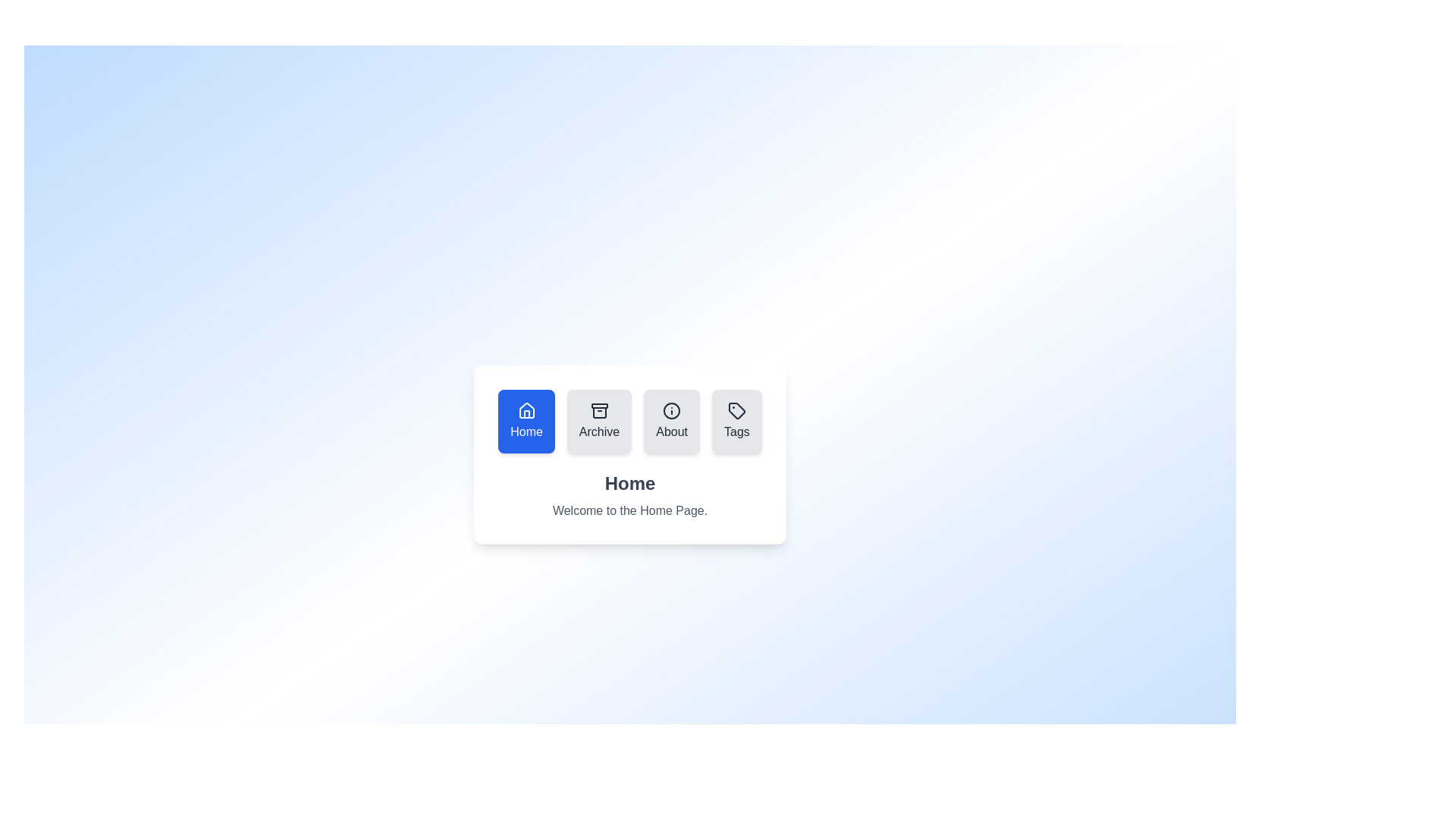  I want to click on the Home tab by clicking on its button, so click(526, 421).